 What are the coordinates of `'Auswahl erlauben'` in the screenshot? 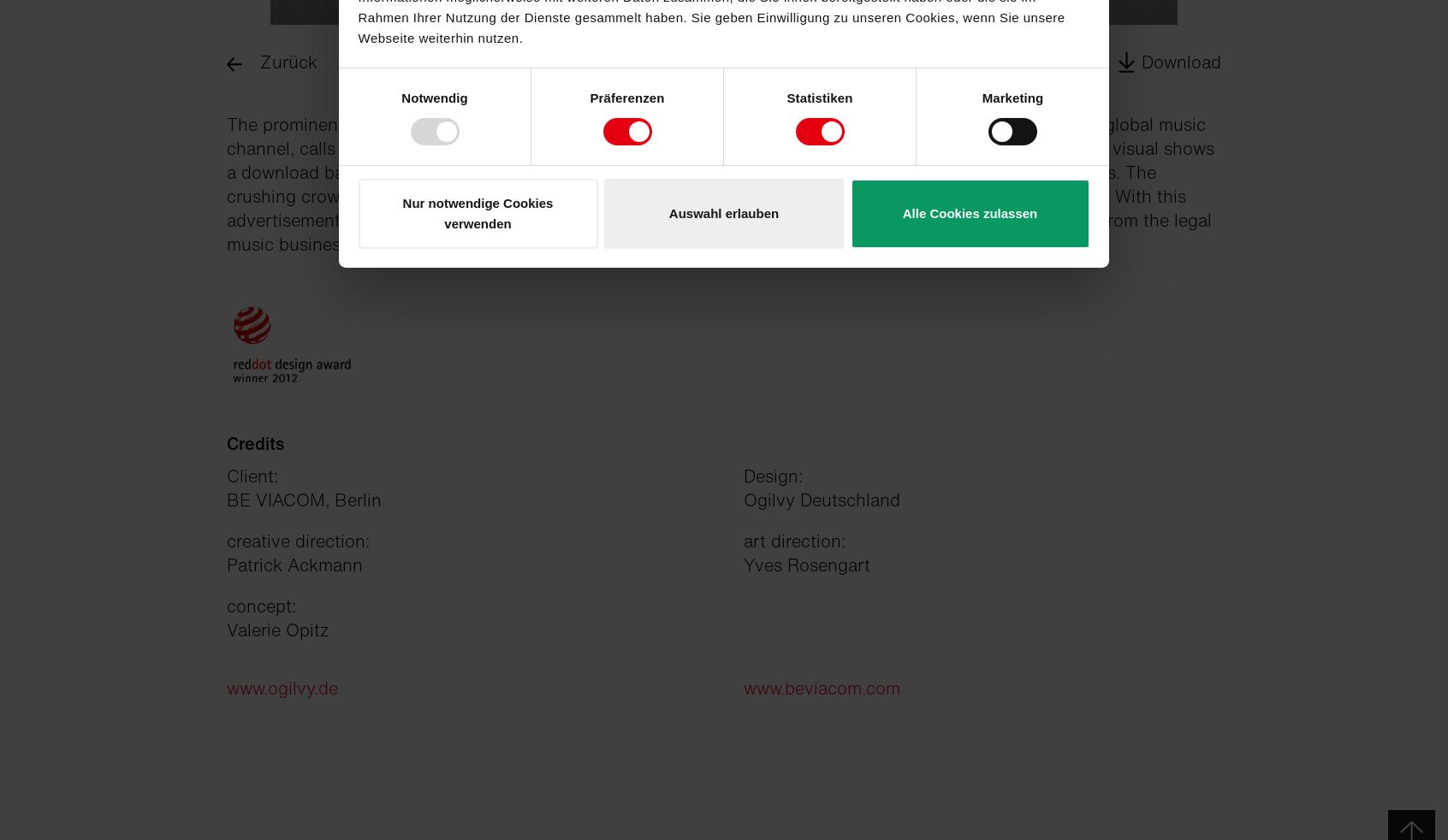 It's located at (668, 212).